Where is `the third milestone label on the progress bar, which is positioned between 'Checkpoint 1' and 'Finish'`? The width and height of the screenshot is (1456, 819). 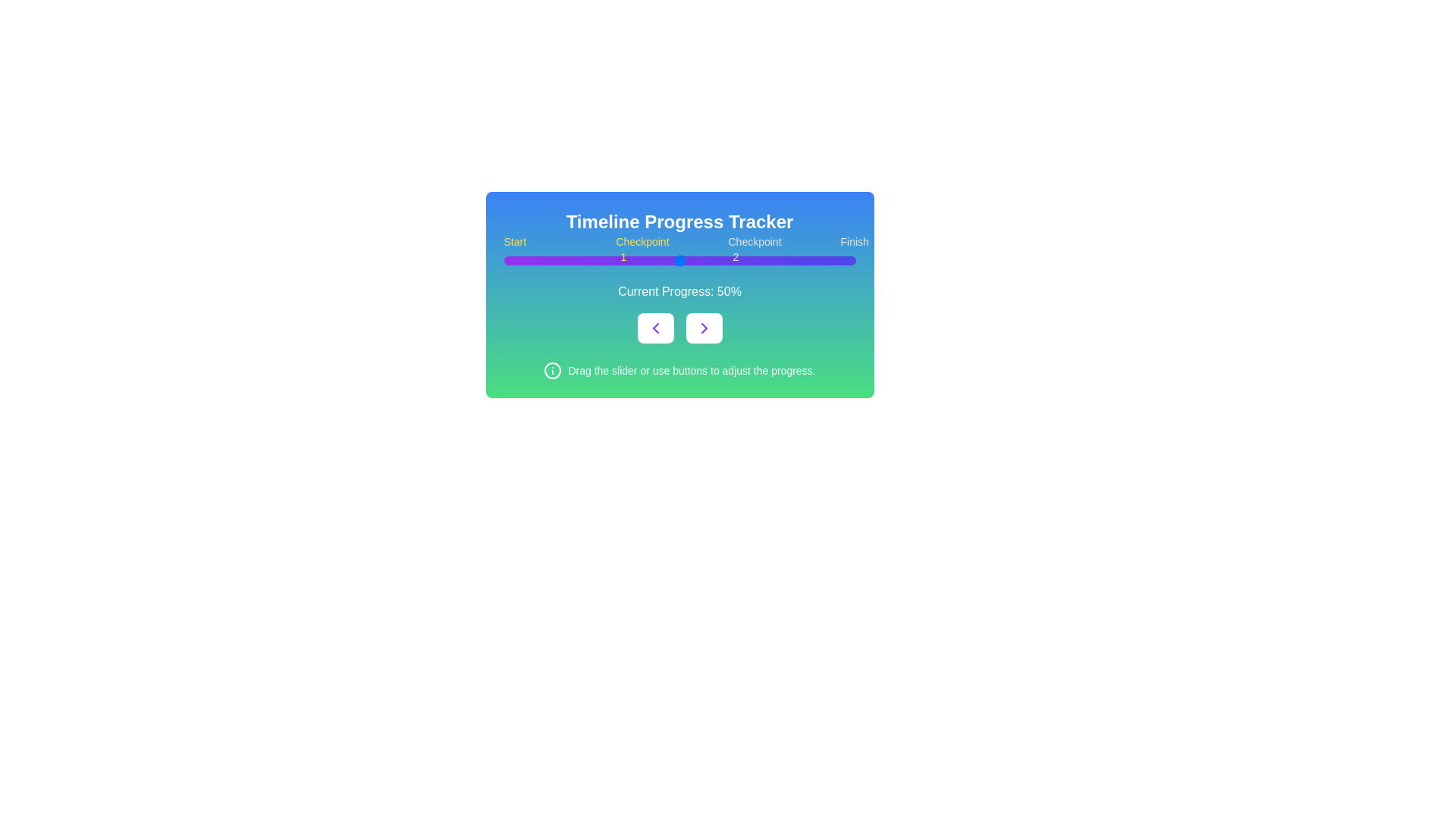 the third milestone label on the progress bar, which is positioned between 'Checkpoint 1' and 'Finish' is located at coordinates (736, 248).